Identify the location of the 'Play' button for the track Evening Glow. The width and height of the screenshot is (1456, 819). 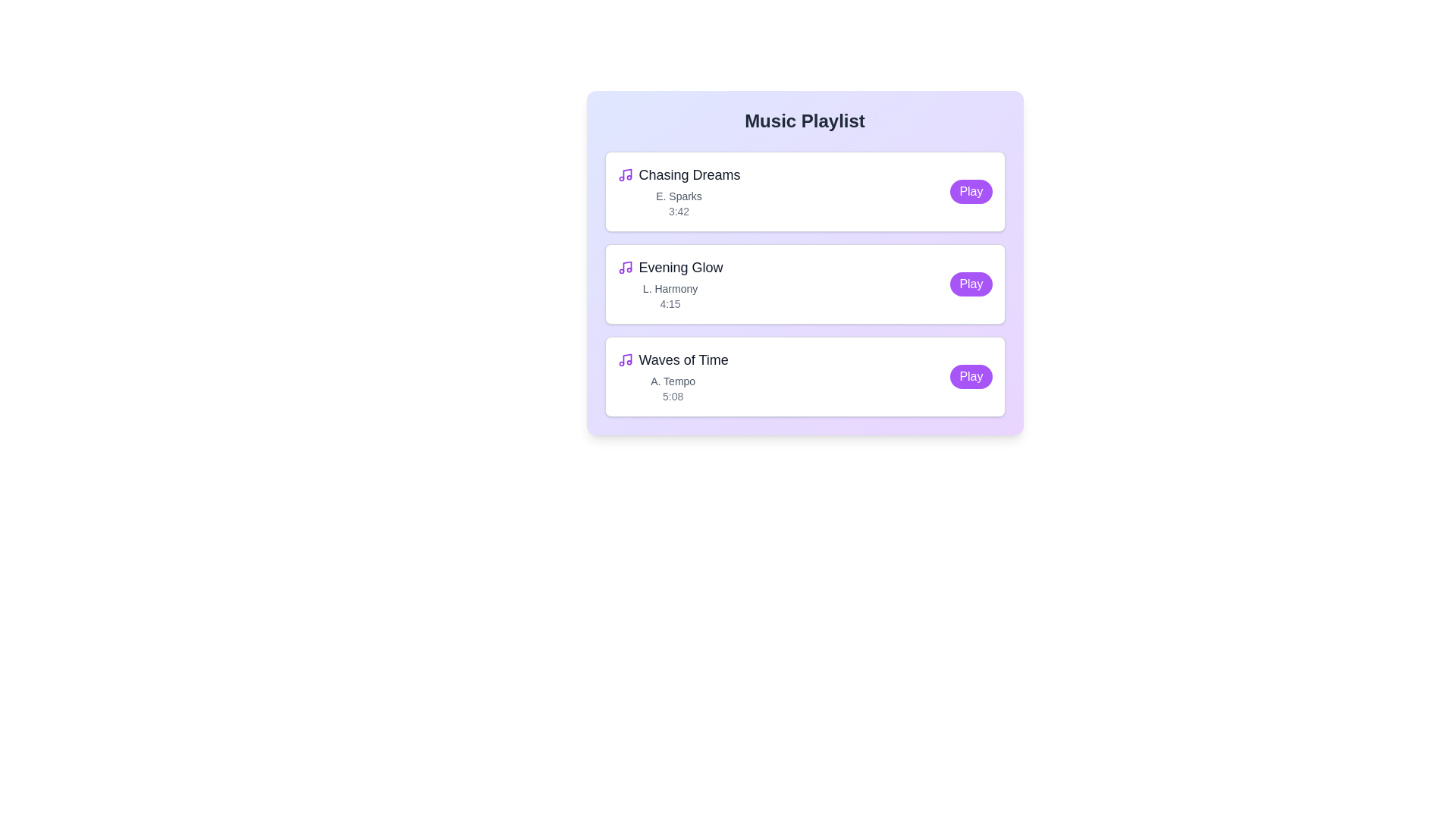
(971, 284).